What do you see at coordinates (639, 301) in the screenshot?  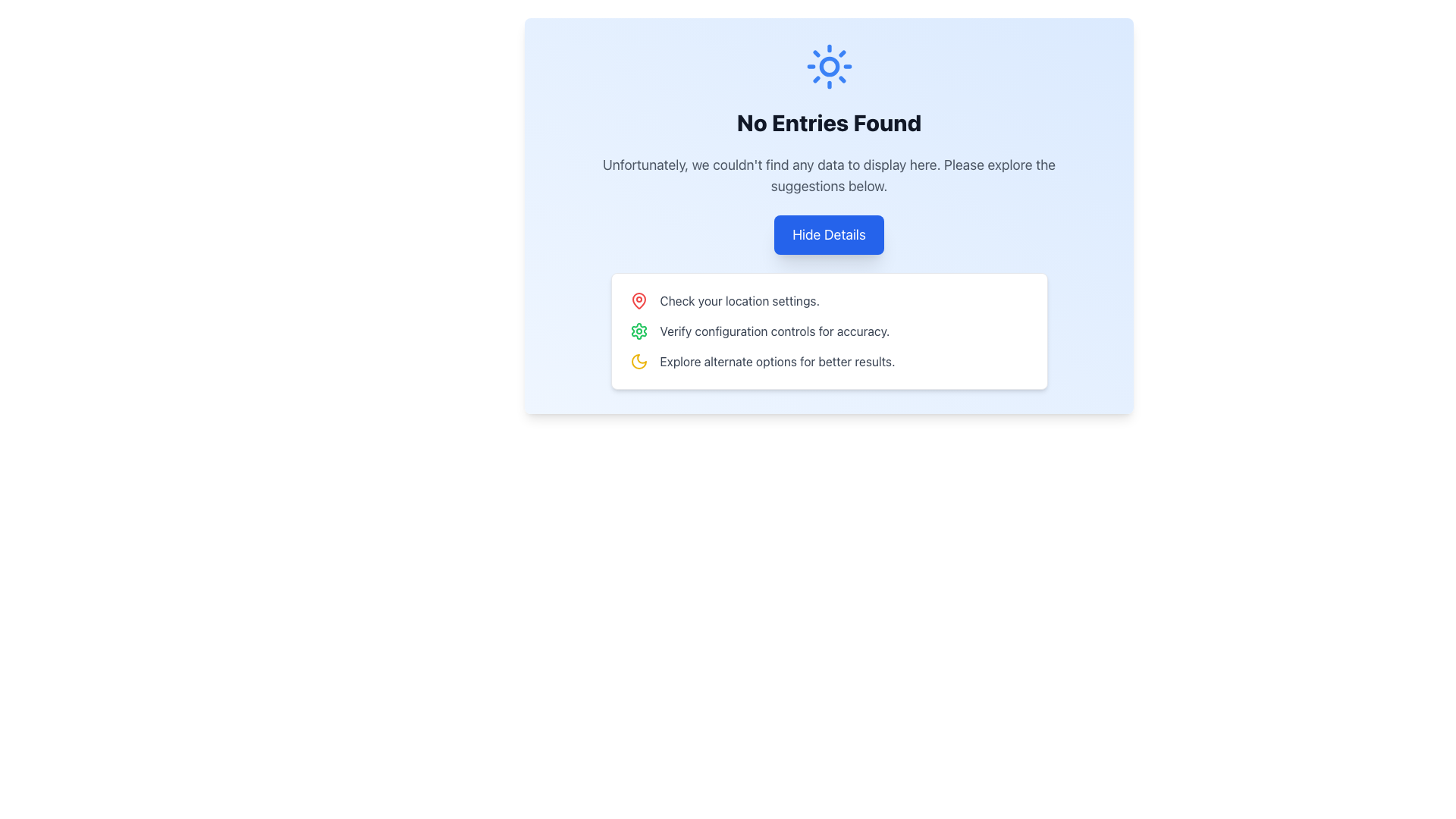 I see `the icon that precedes the text 'Check your location settings' to emphasize its context about location` at bounding box center [639, 301].